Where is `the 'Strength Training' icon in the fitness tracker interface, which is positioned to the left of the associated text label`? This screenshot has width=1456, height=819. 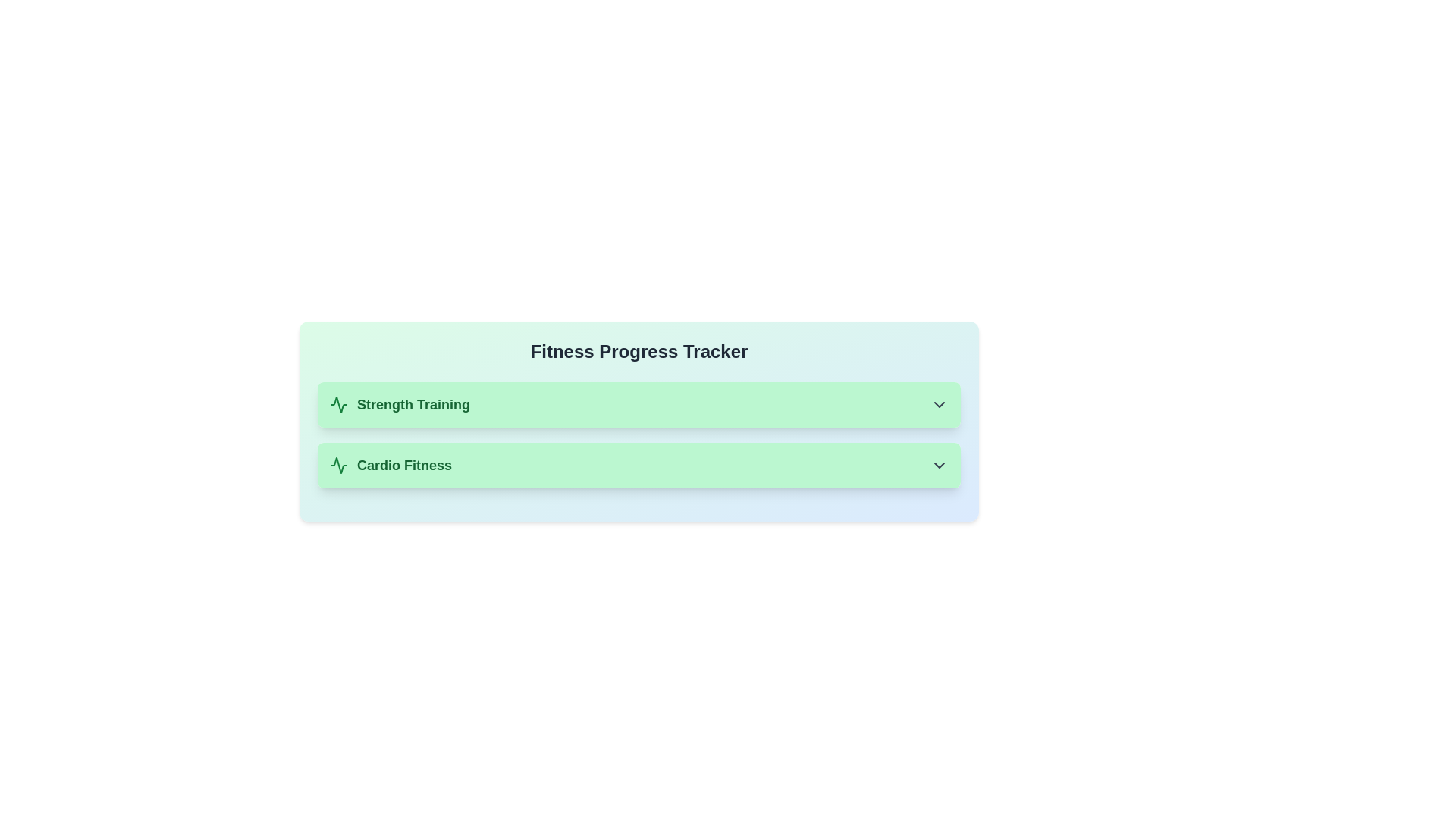 the 'Strength Training' icon in the fitness tracker interface, which is positioned to the left of the associated text label is located at coordinates (337, 403).